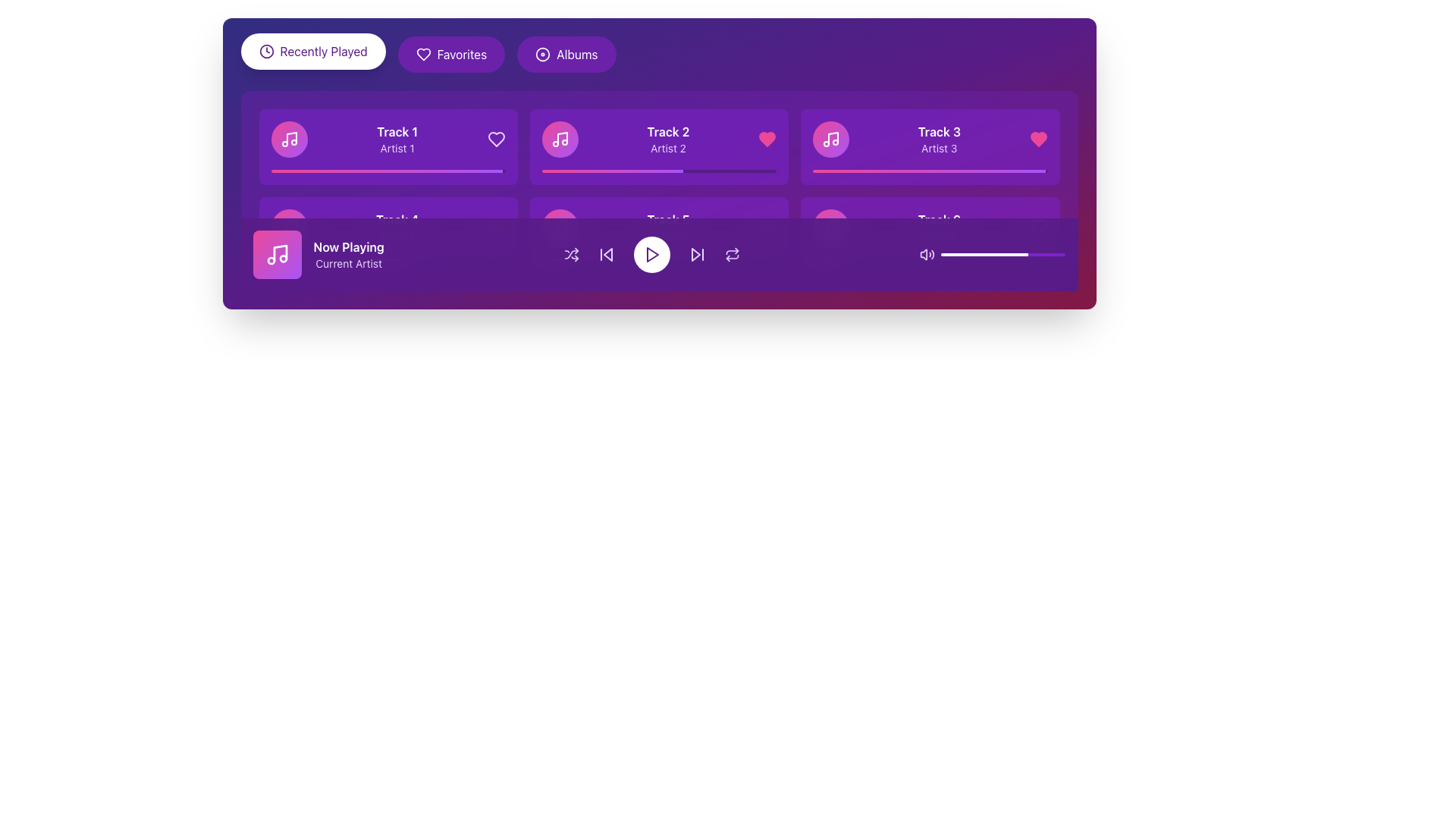 The width and height of the screenshot is (1456, 819). I want to click on the text label displaying 'Artist 1', which is positioned below 'Track 1' within a card-style layout, so click(397, 149).